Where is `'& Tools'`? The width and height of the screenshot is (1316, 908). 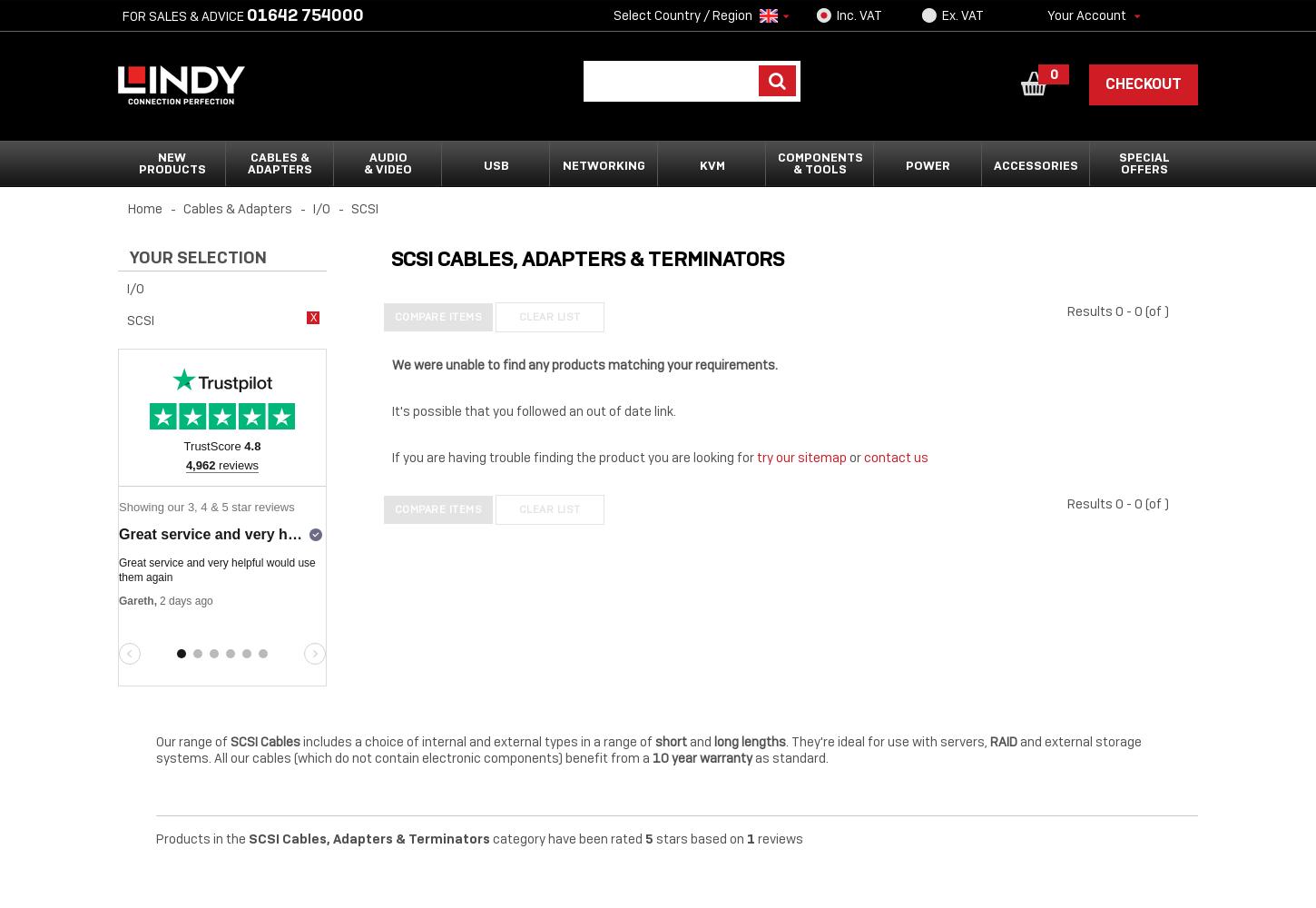
'& Tools' is located at coordinates (819, 169).